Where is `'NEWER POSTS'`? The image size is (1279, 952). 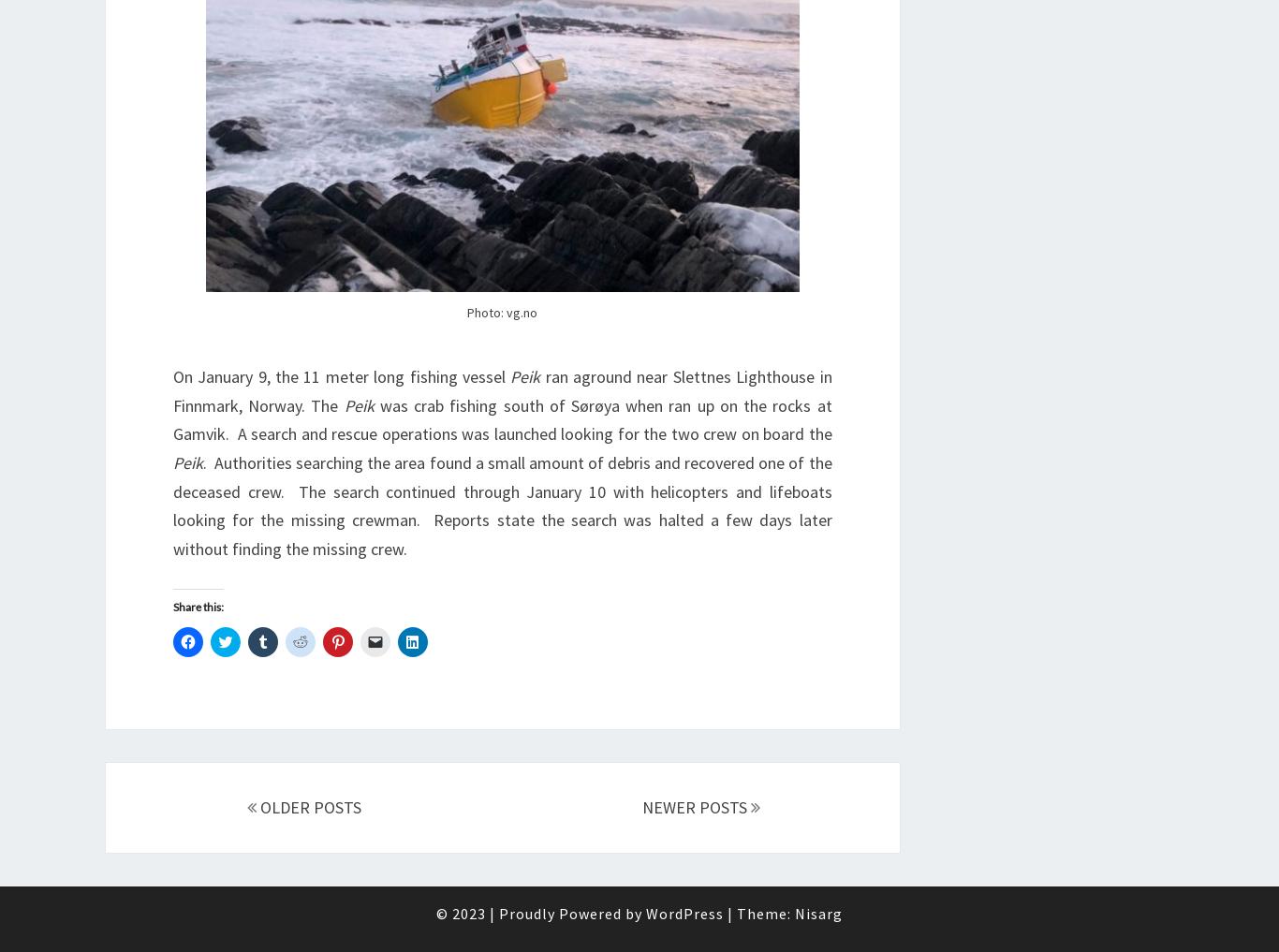
'NEWER POSTS' is located at coordinates (695, 806).